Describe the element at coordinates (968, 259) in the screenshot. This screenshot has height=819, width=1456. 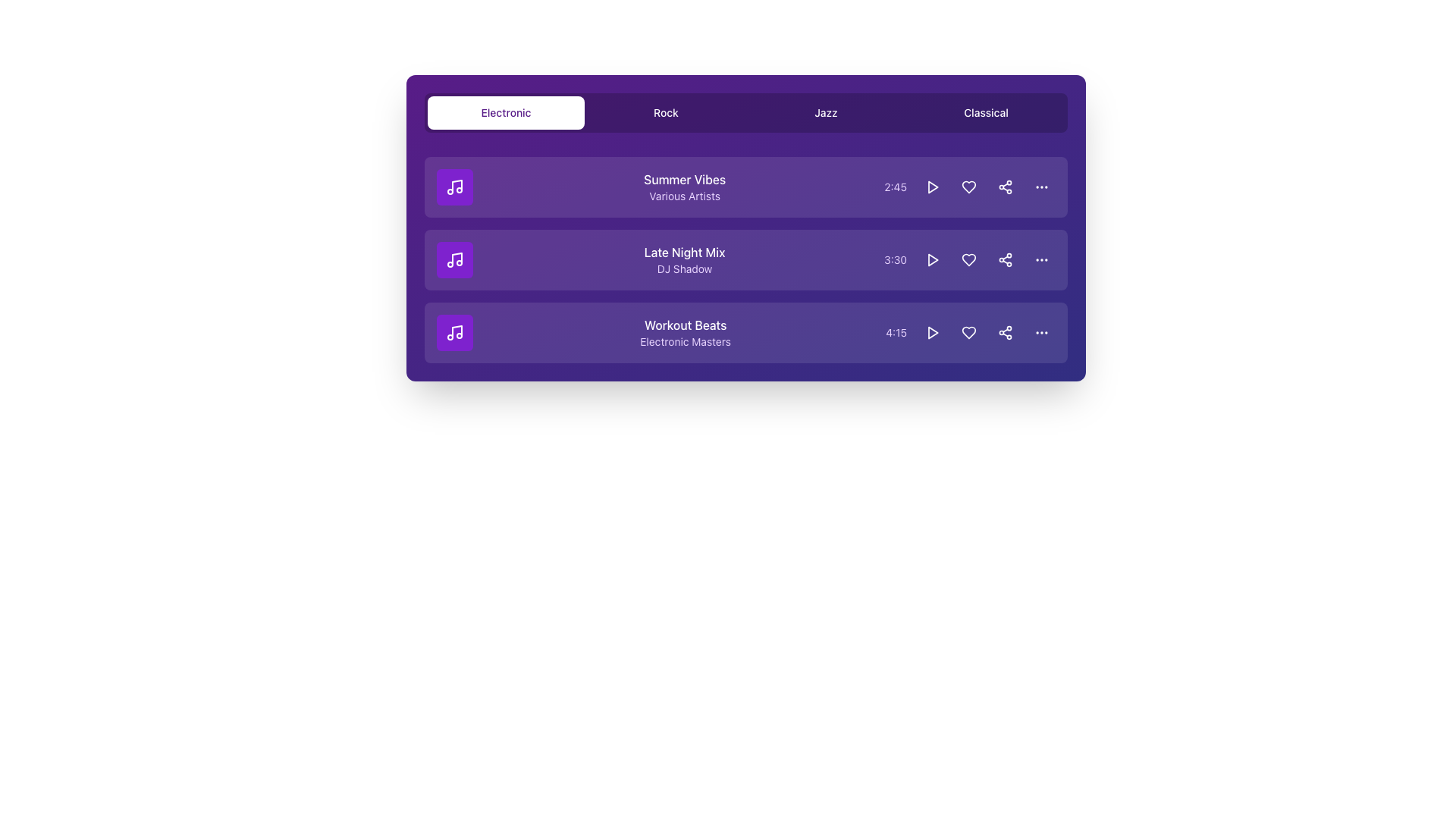
I see `the heart-shaped 'like' button outlined in white, which is the second icon from the left in the horizontal controls for the 'Late Night Mix' track row` at that location.